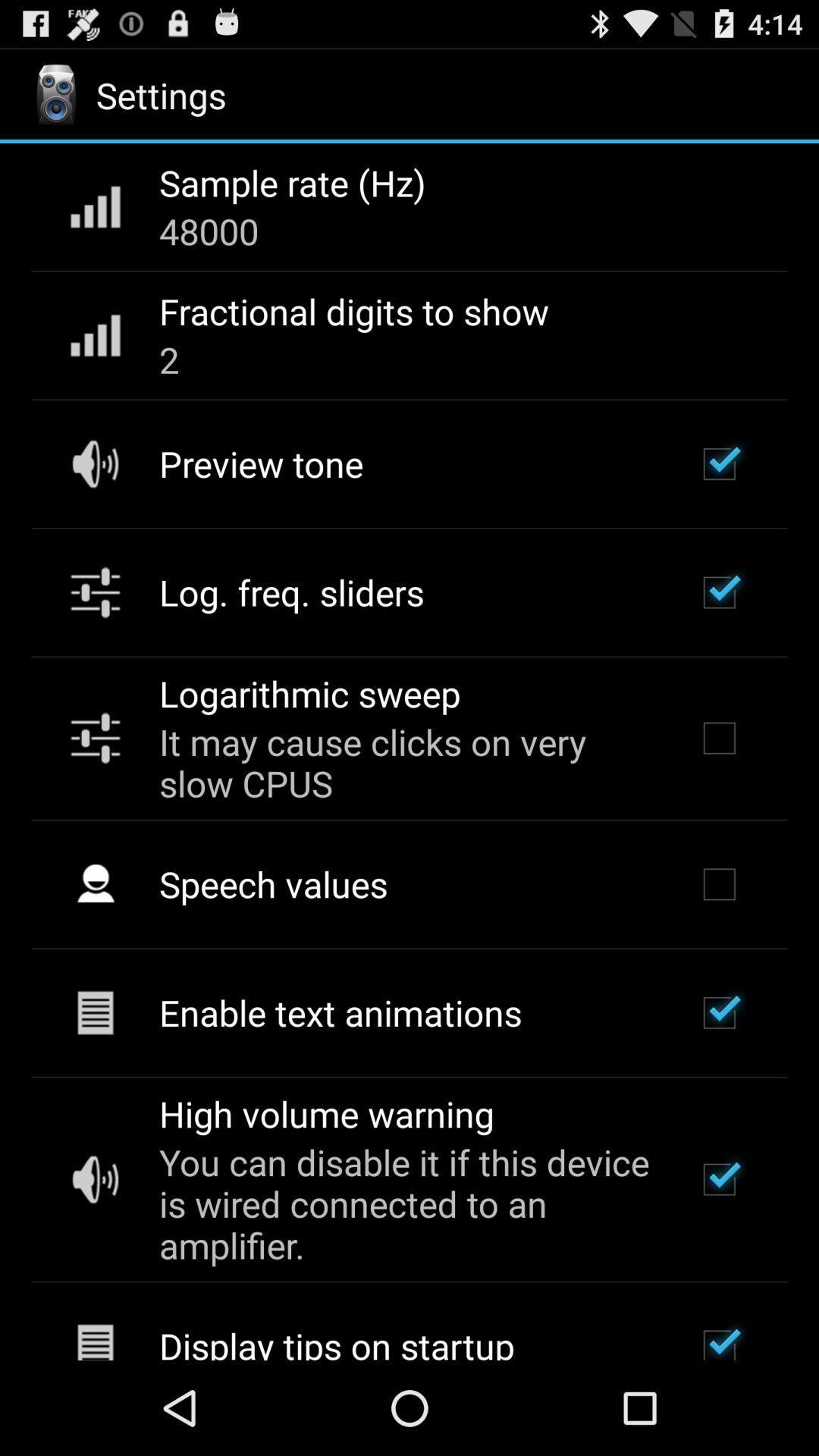 The image size is (819, 1456). Describe the element at coordinates (325, 1113) in the screenshot. I see `the item below enable text animations app` at that location.